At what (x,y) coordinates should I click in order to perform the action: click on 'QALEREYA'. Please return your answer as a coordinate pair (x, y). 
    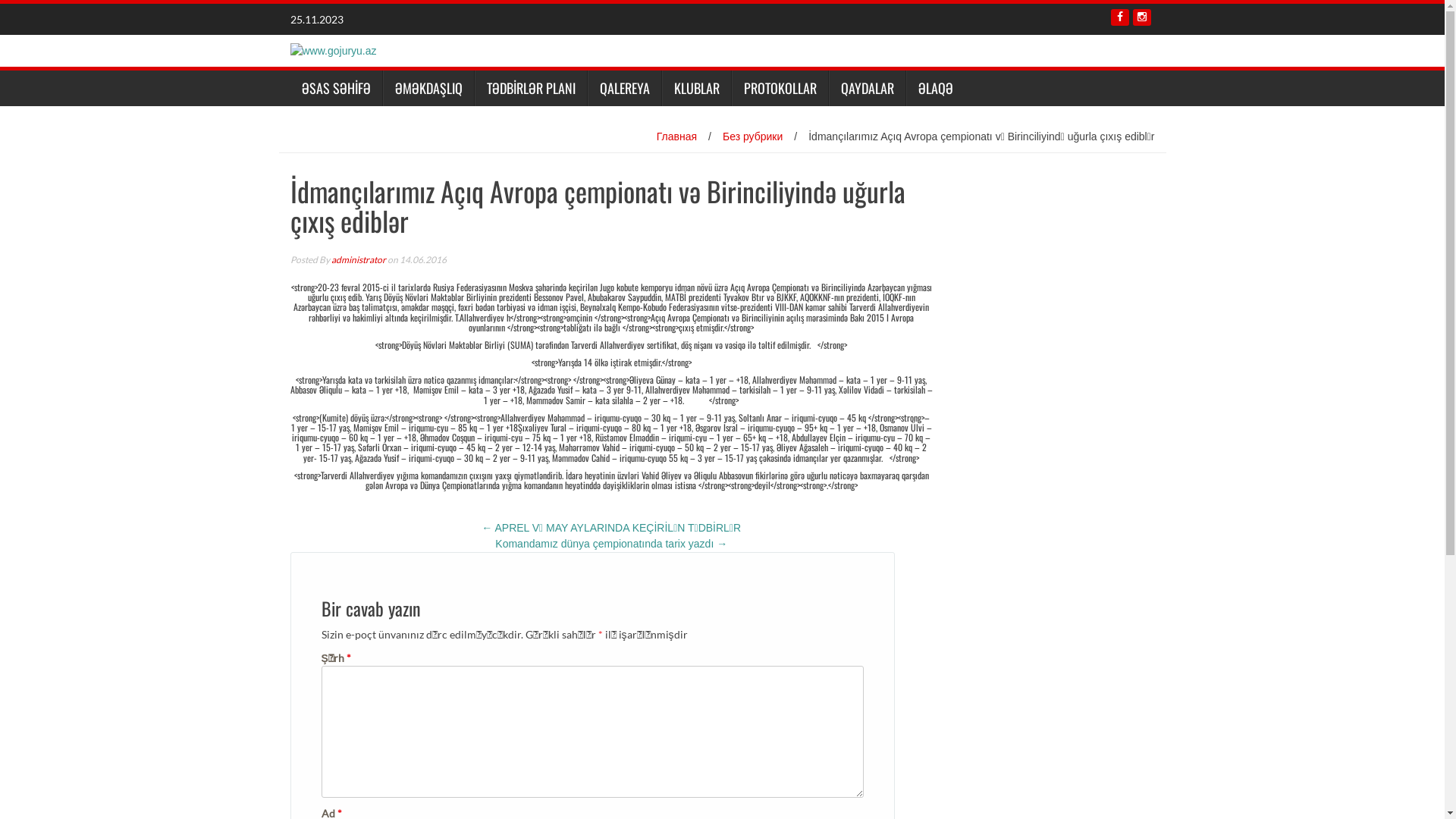
    Looking at the image, I should click on (623, 88).